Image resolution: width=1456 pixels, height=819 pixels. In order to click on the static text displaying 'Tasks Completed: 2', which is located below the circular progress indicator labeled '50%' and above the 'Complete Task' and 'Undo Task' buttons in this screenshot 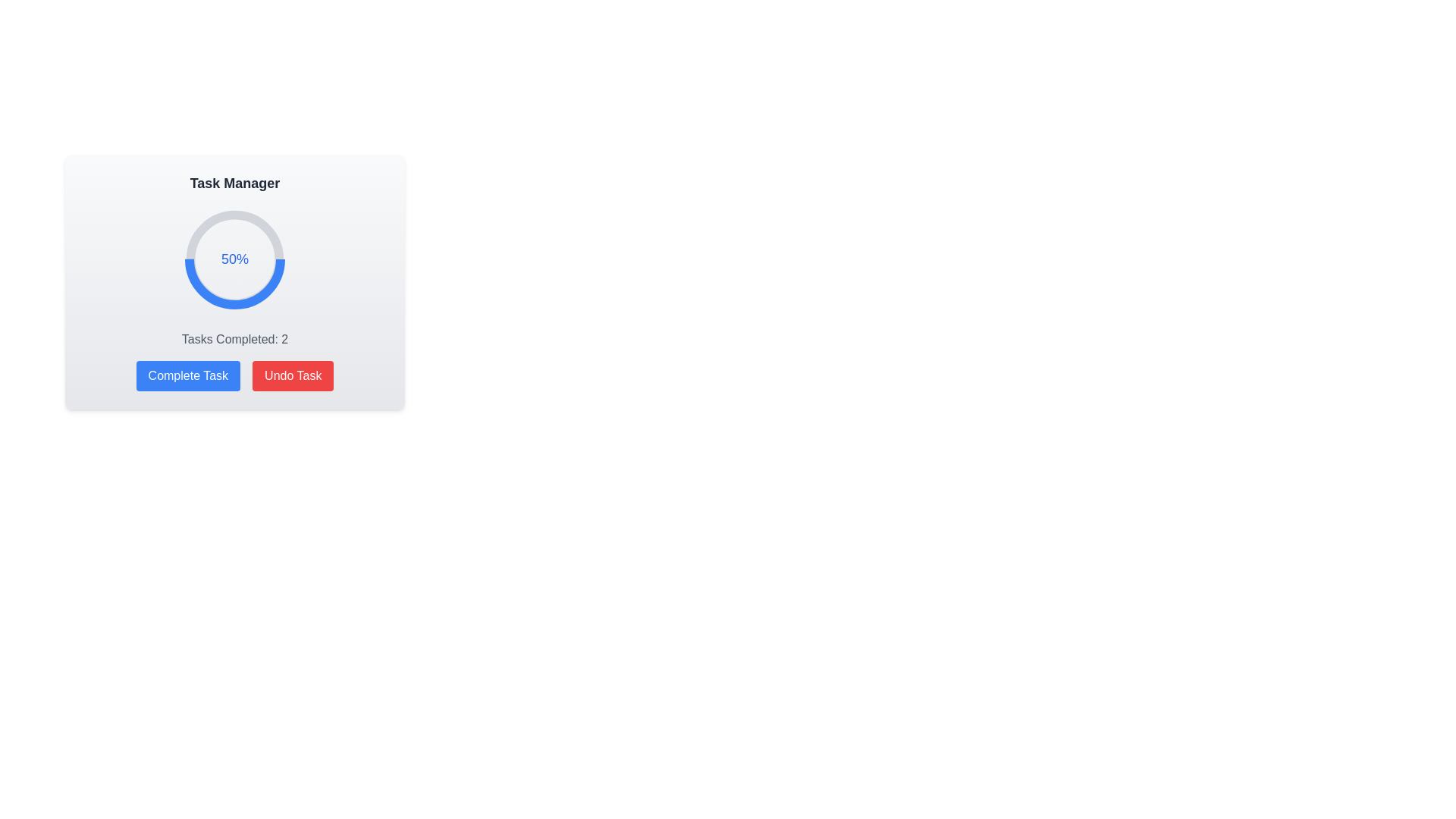, I will do `click(234, 338)`.